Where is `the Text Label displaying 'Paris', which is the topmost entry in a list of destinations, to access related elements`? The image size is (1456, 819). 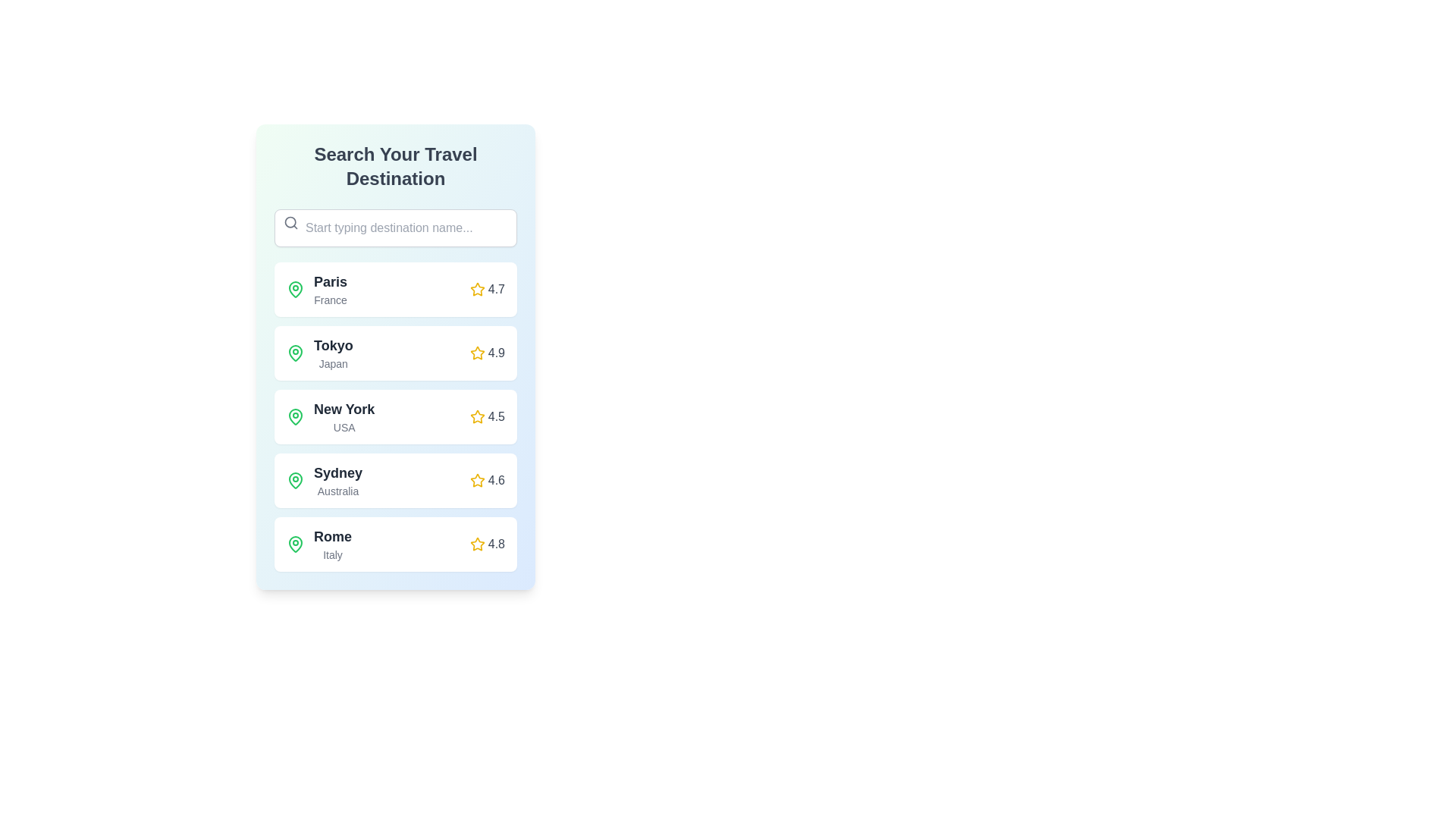
the Text Label displaying 'Paris', which is the topmost entry in a list of destinations, to access related elements is located at coordinates (330, 281).